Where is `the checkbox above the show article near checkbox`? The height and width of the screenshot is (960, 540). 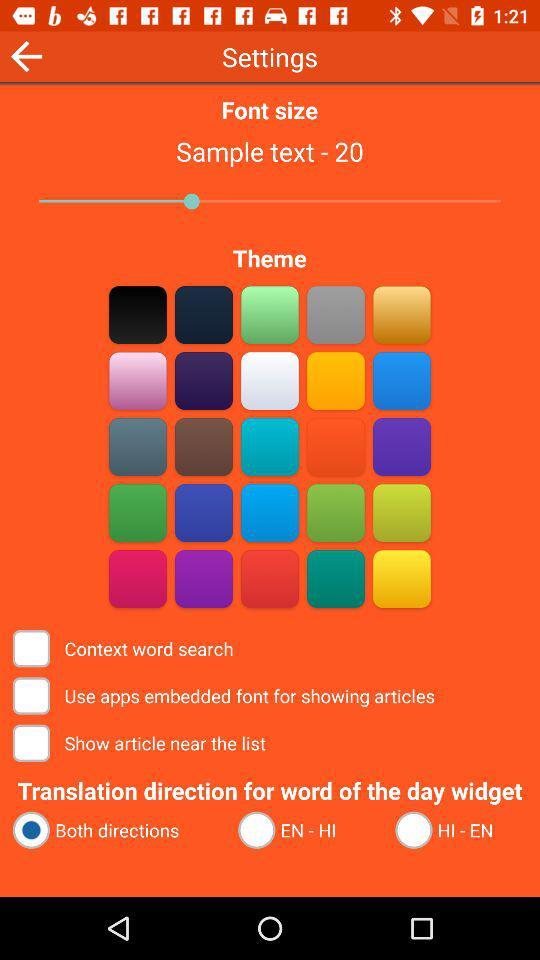 the checkbox above the show article near checkbox is located at coordinates (225, 696).